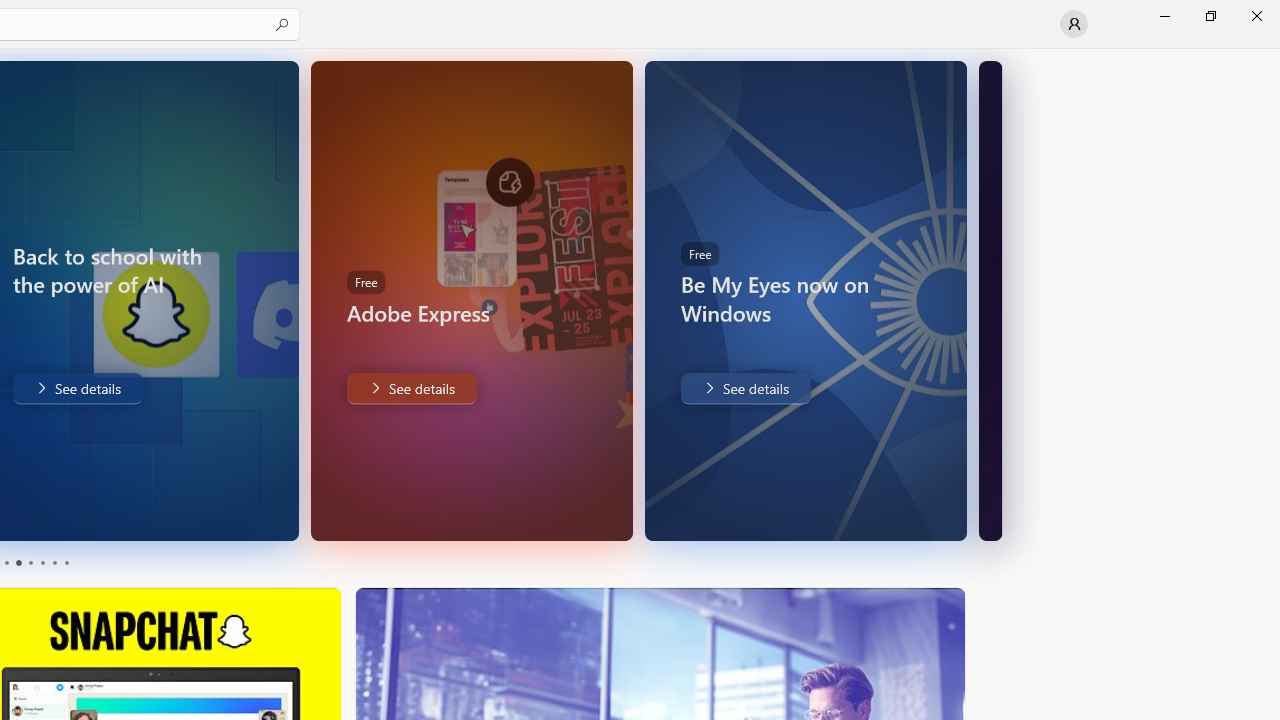 Image resolution: width=1280 pixels, height=720 pixels. Describe the element at coordinates (5, 563) in the screenshot. I see `'Page 1'` at that location.